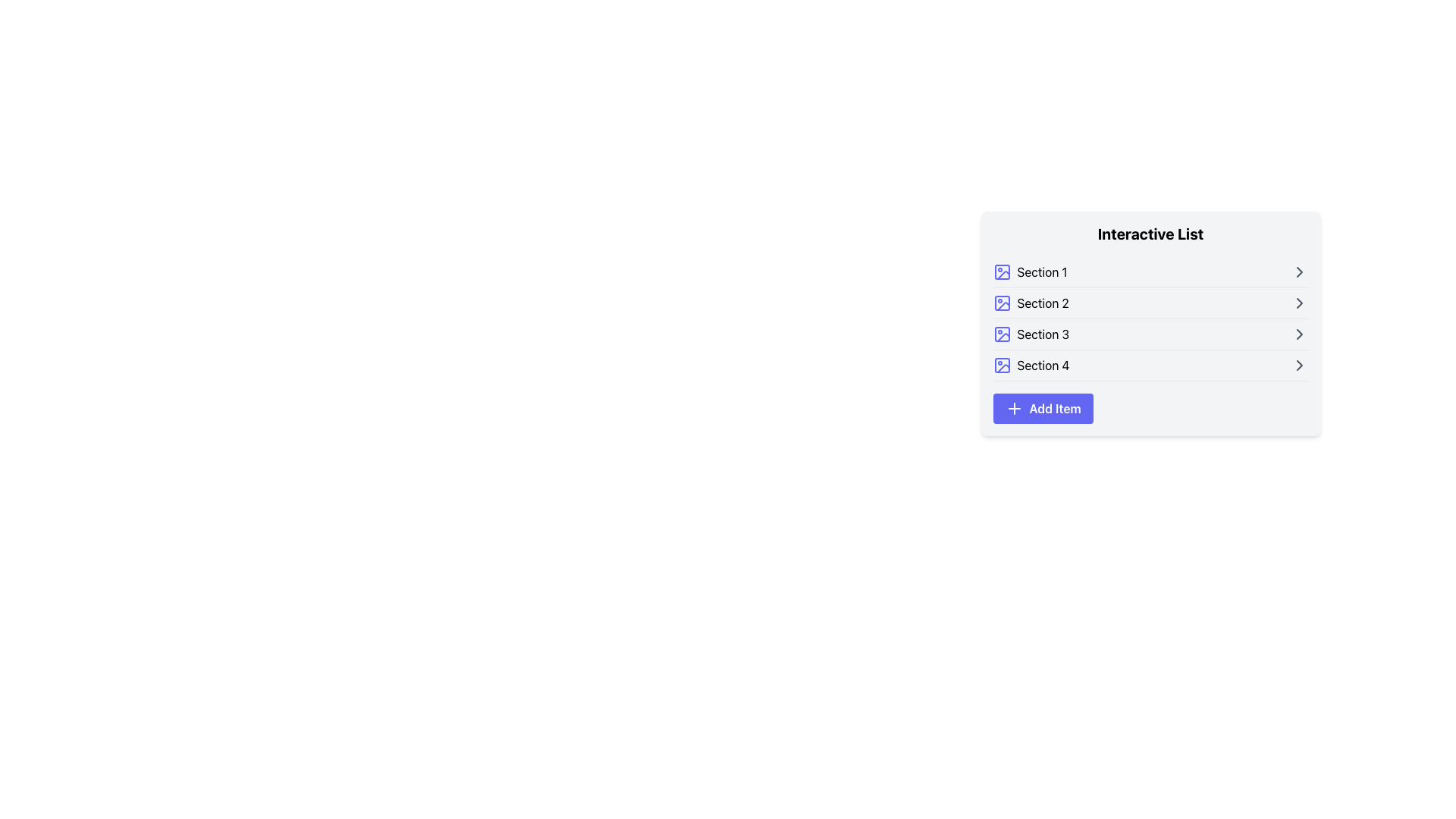 The image size is (1456, 819). Describe the element at coordinates (1002, 303) in the screenshot. I see `the small square with rounded corners that is part of the image placeholder icon in the second list item of the 'Interactive List'` at that location.